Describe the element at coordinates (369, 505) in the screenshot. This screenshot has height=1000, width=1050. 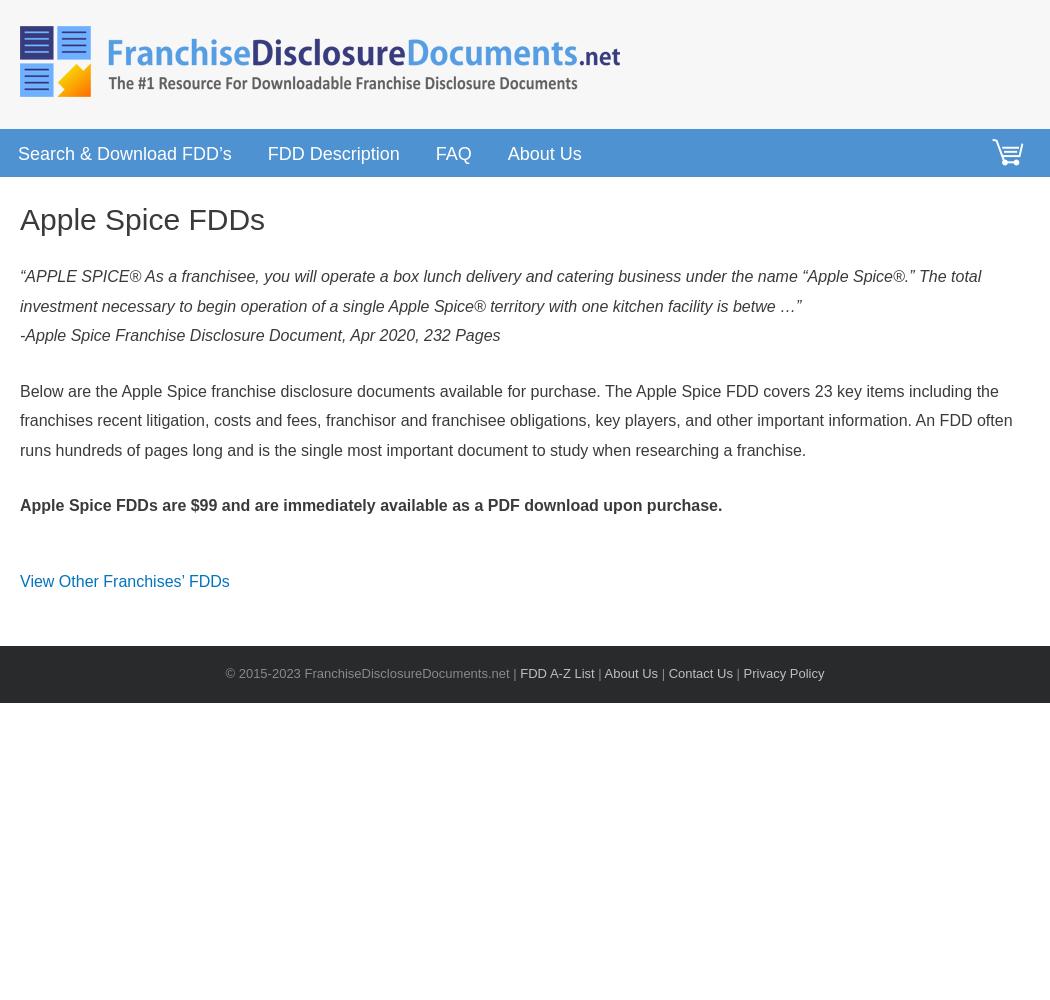
I see `'Apple Spice FDDs are $99 and are immediately available as a PDF download upon purchase.'` at that location.